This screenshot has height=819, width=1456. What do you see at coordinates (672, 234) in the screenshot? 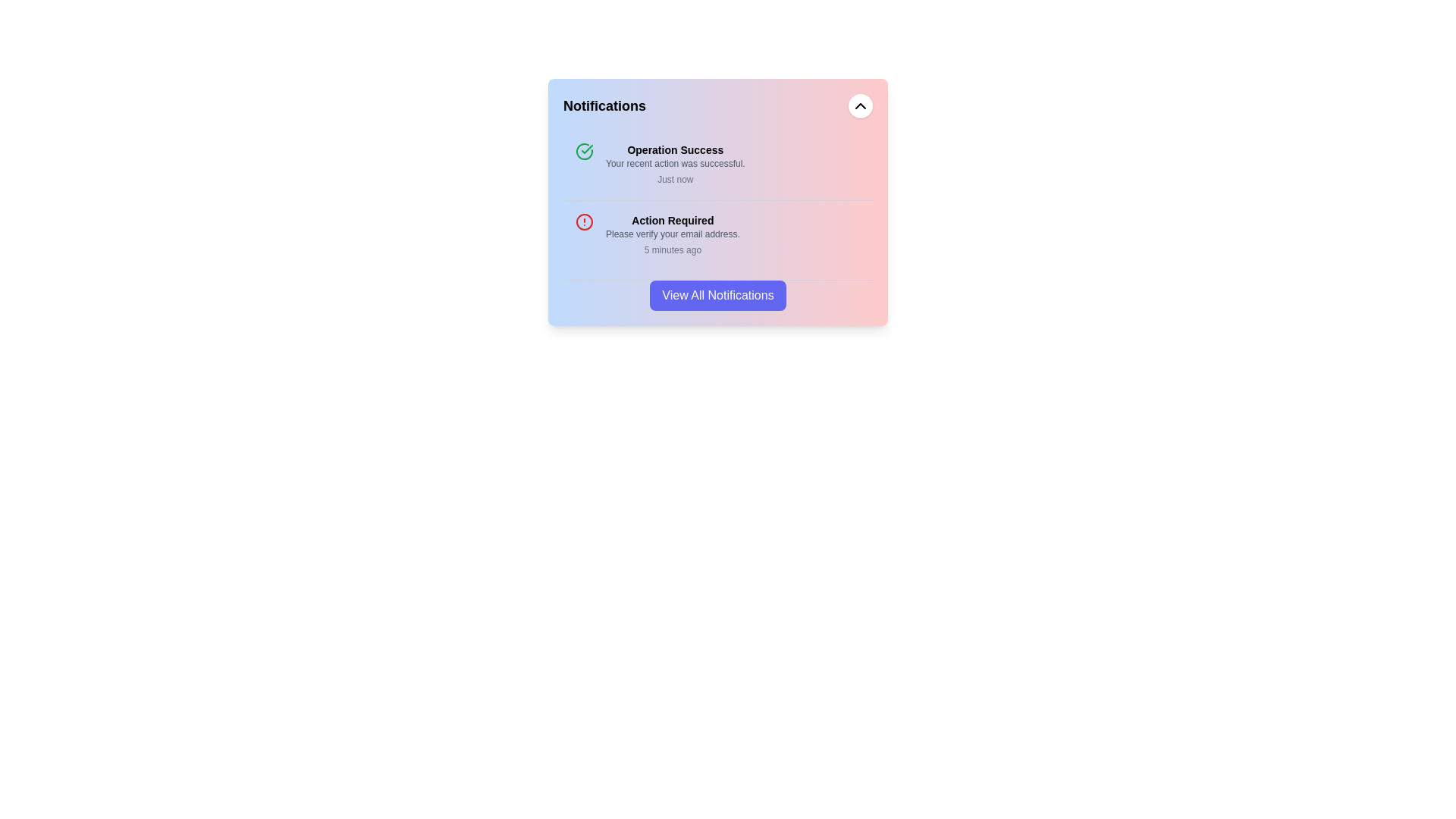
I see `explanatory text located below the 'Action Required' label within the notification card` at bounding box center [672, 234].